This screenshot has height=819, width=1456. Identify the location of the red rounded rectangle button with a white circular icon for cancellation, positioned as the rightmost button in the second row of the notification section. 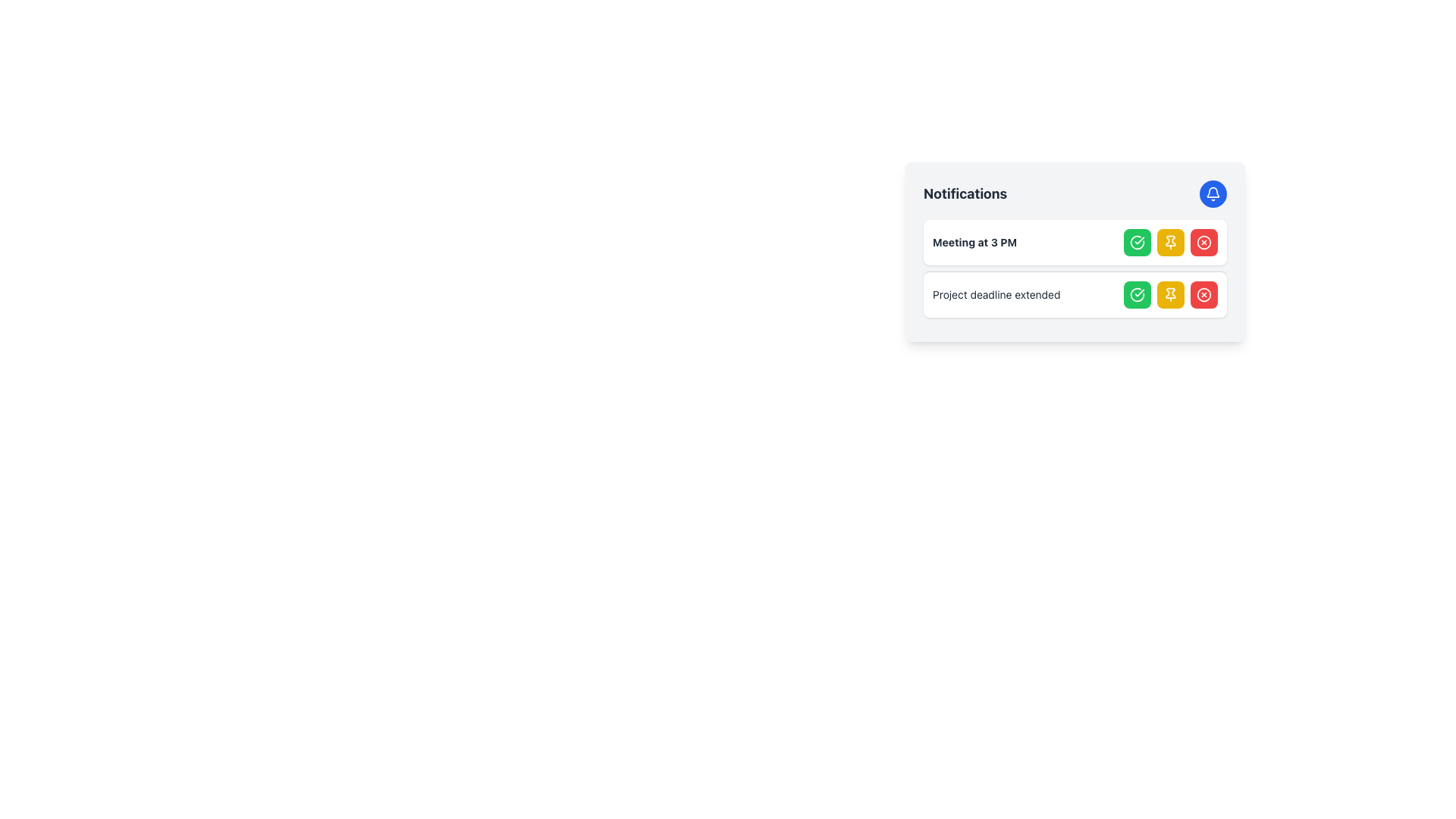
(1203, 295).